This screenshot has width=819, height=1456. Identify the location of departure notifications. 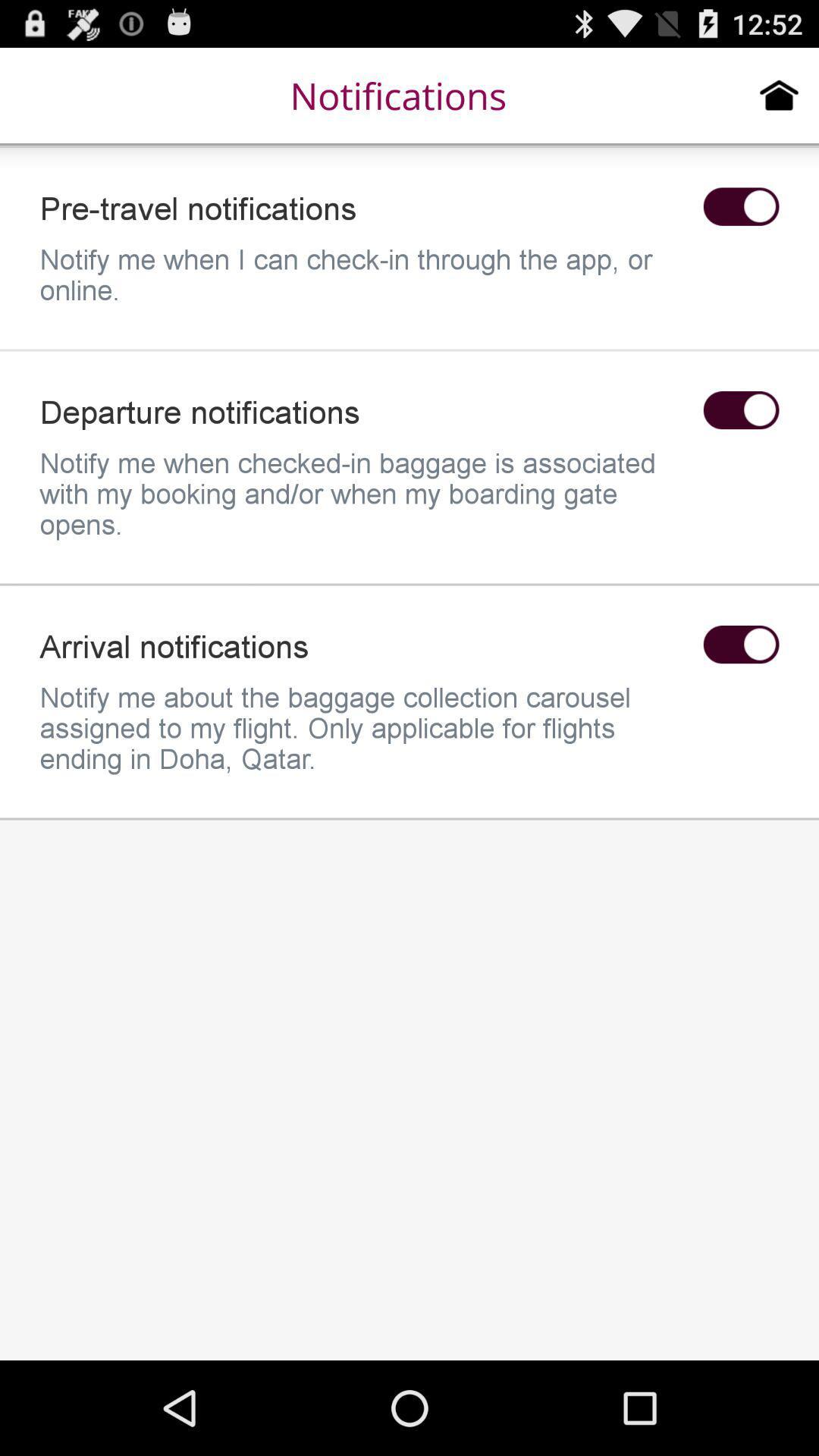
(740, 410).